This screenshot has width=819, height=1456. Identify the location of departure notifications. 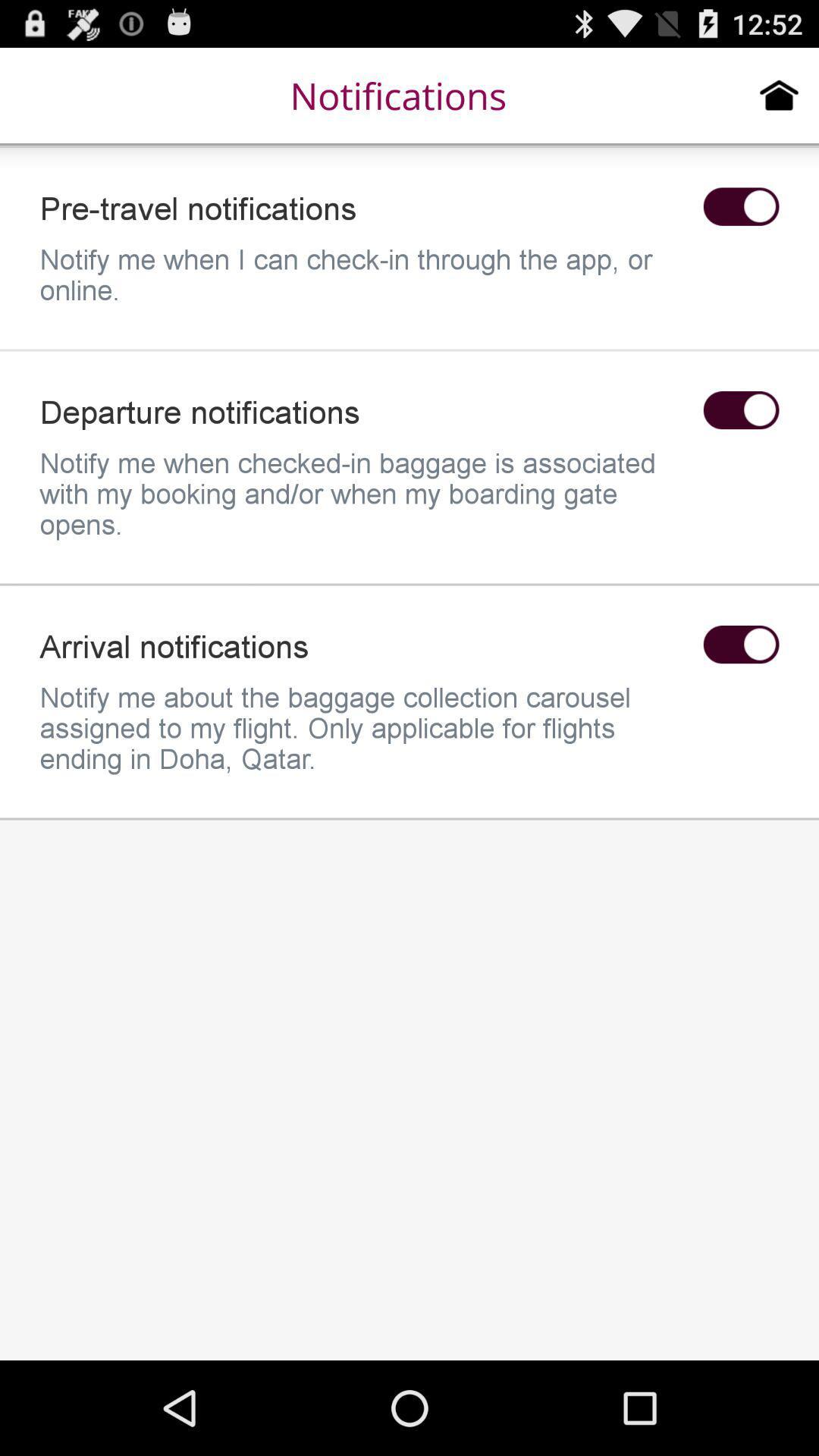
(740, 410).